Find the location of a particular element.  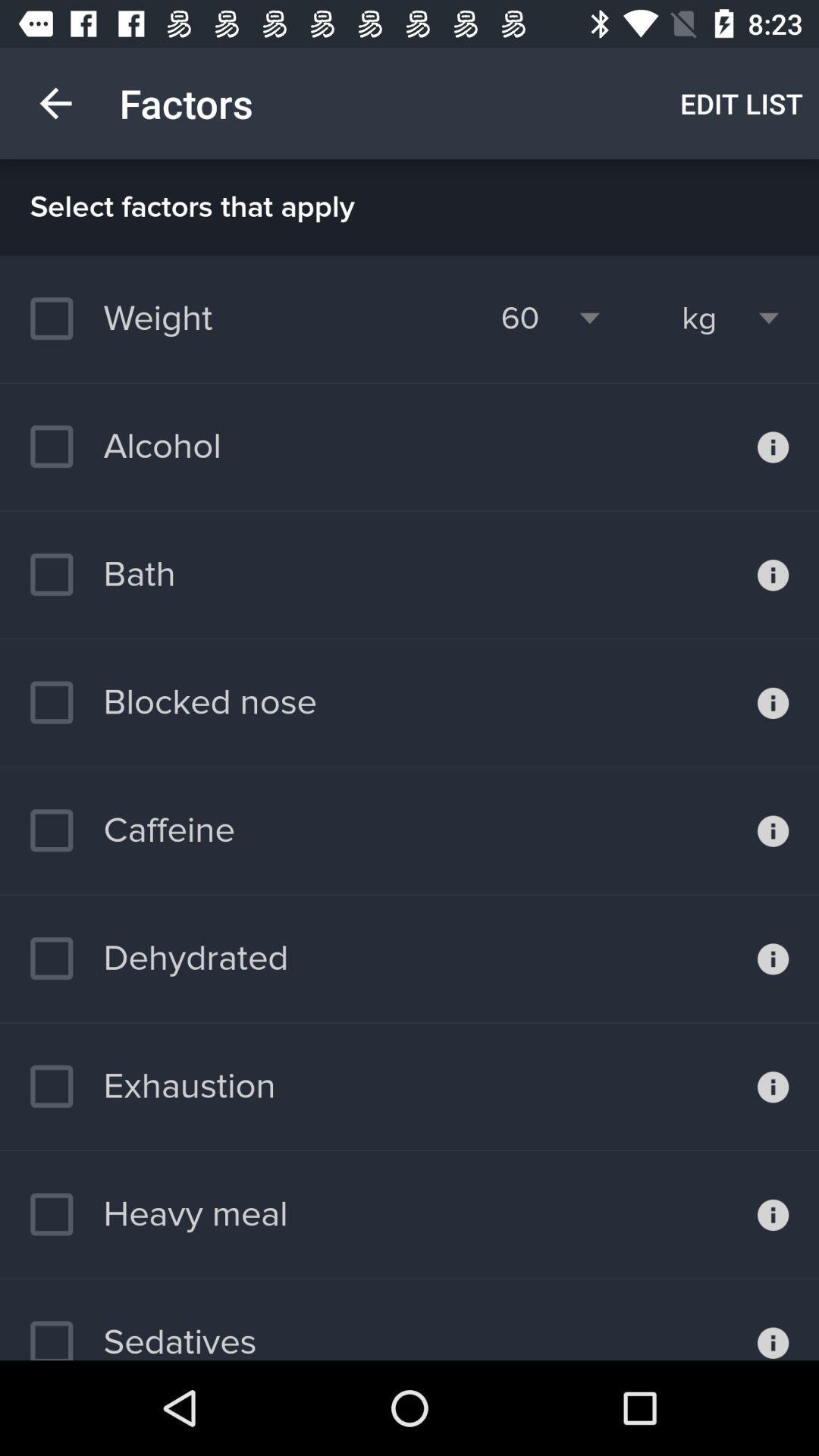

information is located at coordinates (773, 574).